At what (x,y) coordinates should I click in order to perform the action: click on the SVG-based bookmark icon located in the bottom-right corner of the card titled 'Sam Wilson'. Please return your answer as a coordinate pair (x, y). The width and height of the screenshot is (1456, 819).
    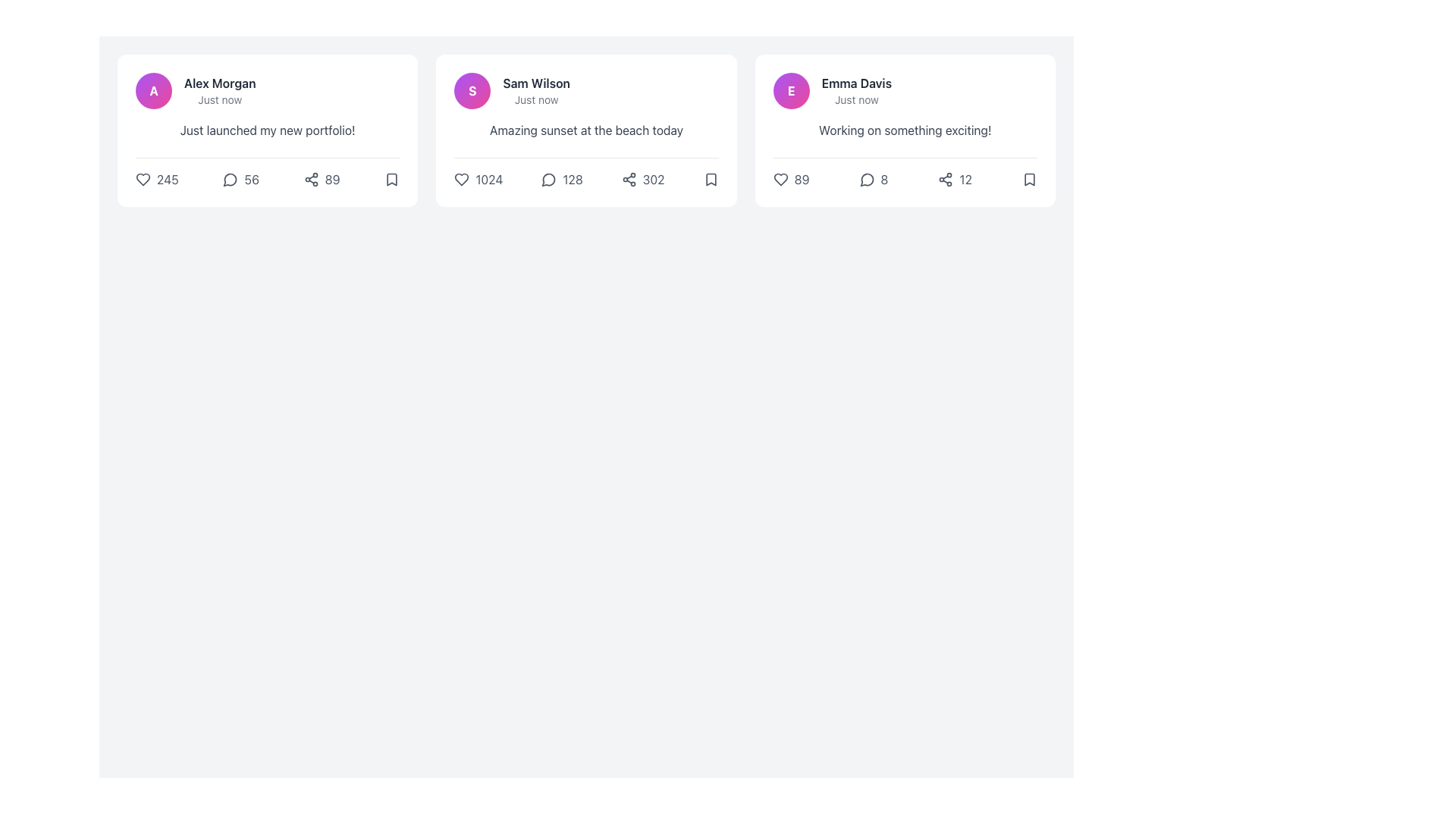
    Looking at the image, I should click on (710, 178).